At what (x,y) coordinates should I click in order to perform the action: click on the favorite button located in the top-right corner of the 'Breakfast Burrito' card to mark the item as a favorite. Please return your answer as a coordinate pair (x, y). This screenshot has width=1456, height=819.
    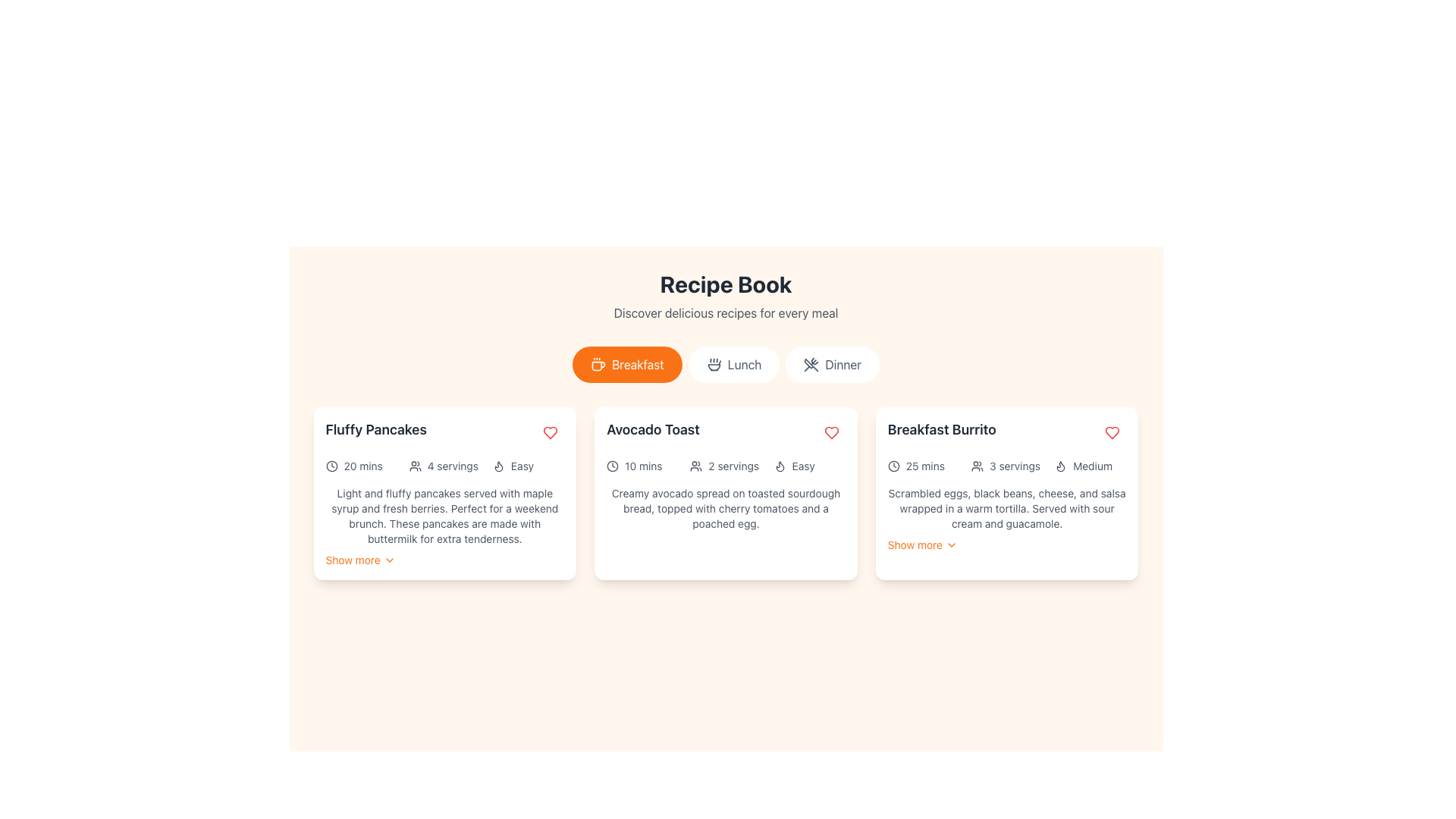
    Looking at the image, I should click on (1112, 432).